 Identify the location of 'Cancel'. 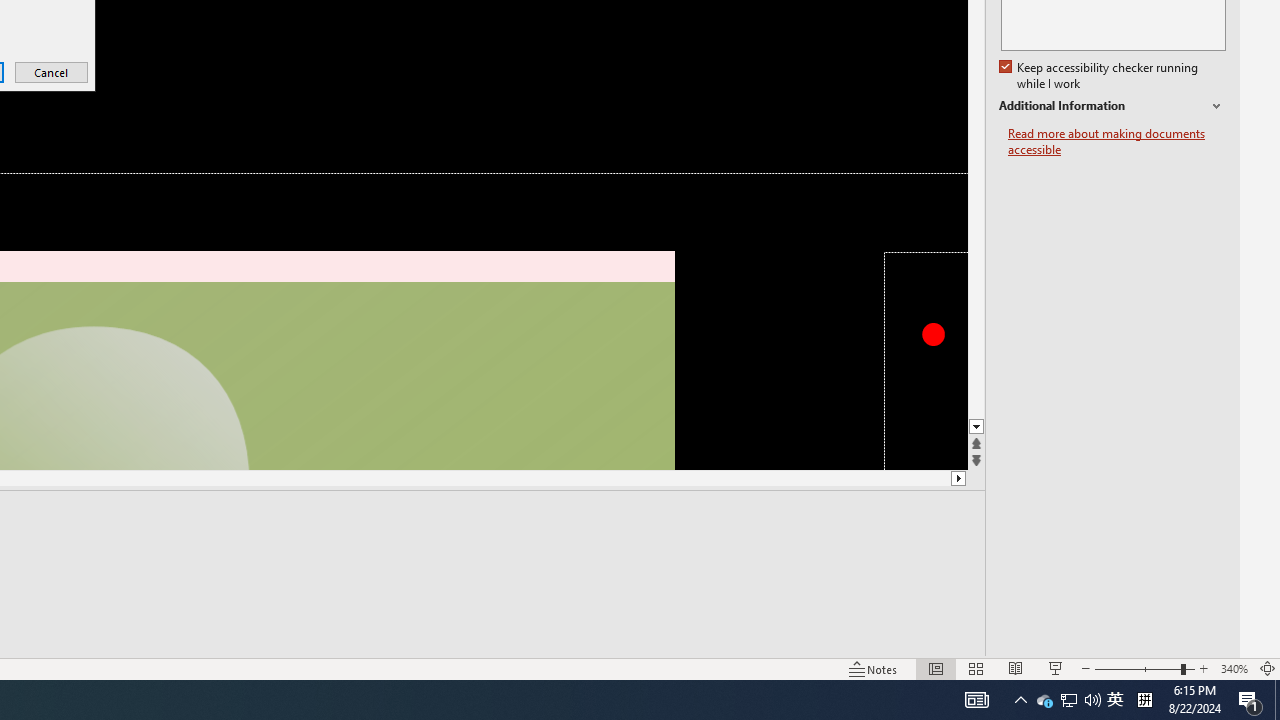
(51, 71).